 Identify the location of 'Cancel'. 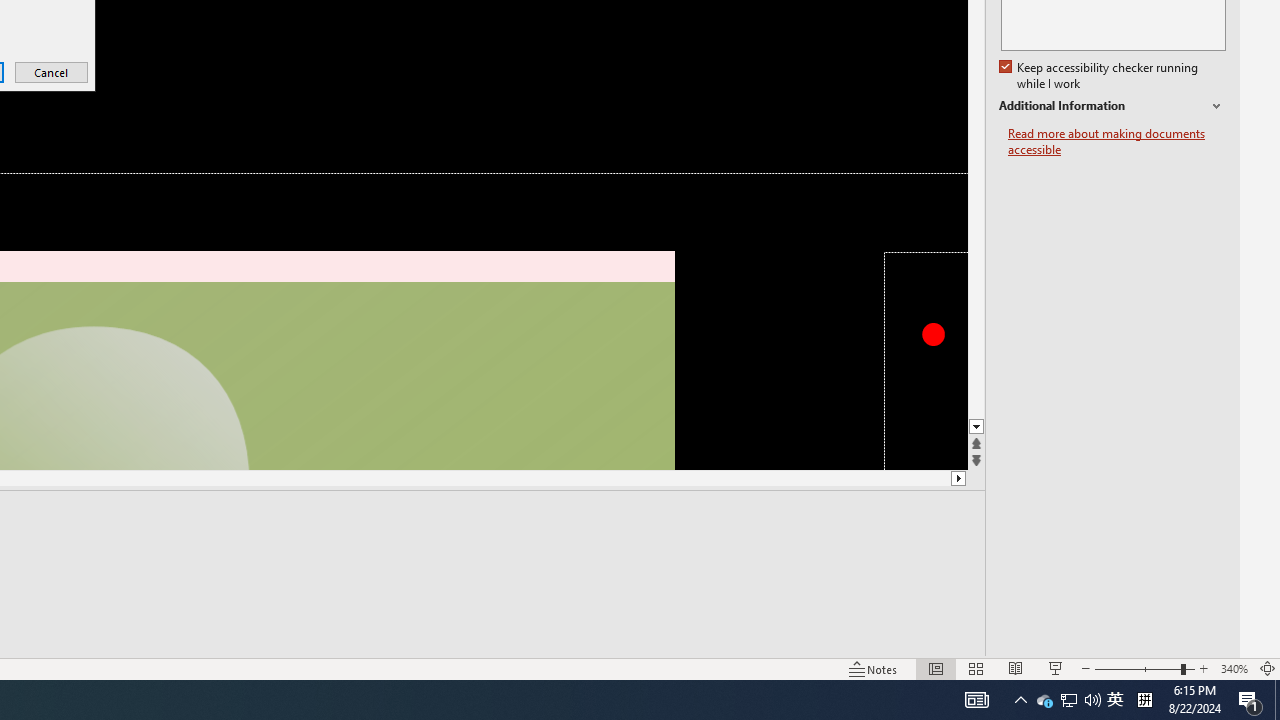
(51, 71).